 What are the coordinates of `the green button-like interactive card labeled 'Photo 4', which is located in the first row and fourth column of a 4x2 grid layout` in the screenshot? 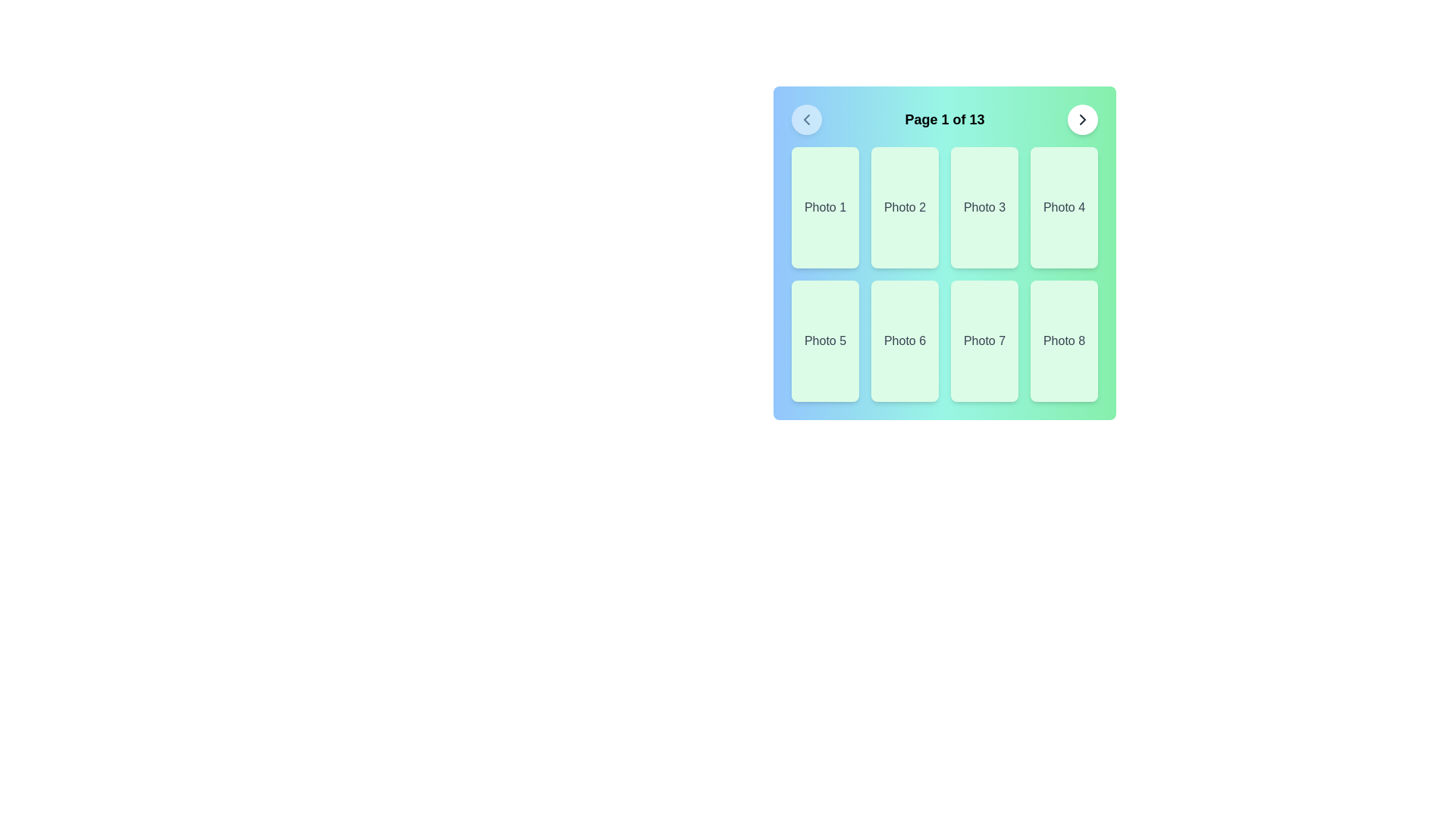 It's located at (1063, 207).